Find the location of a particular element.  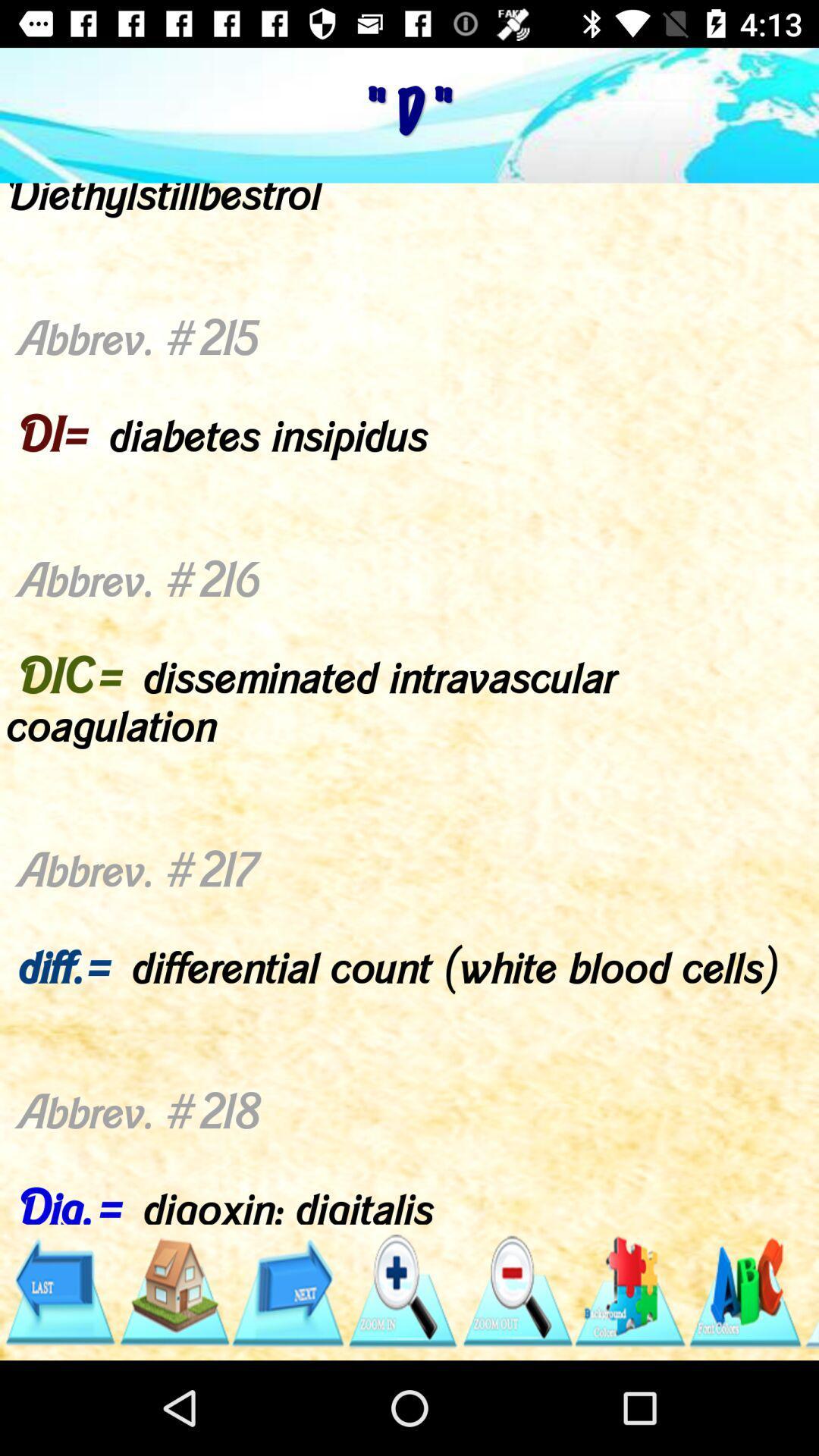

zoom is located at coordinates (401, 1291).